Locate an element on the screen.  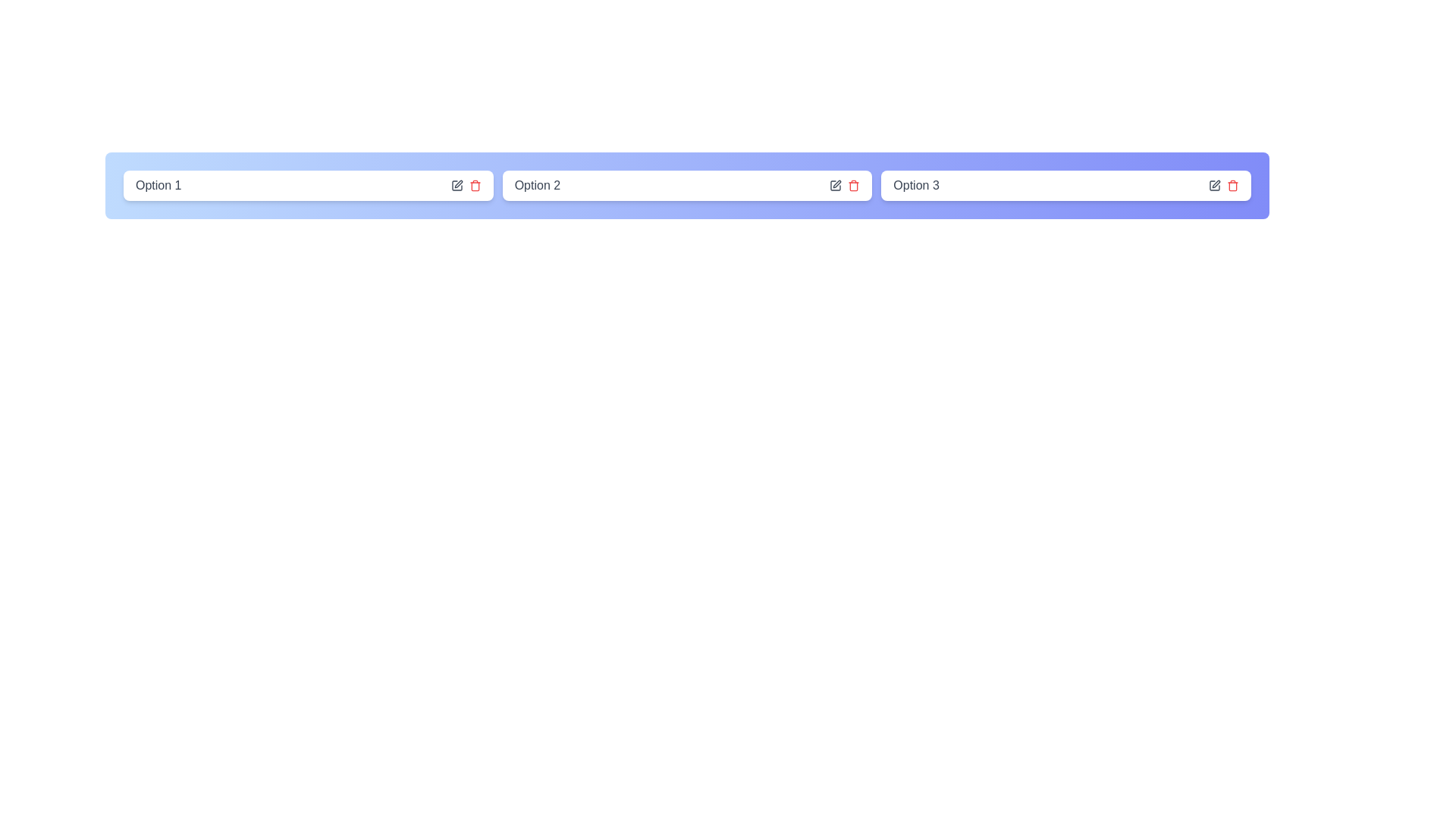
the chip labeled Option 1 is located at coordinates (307, 185).